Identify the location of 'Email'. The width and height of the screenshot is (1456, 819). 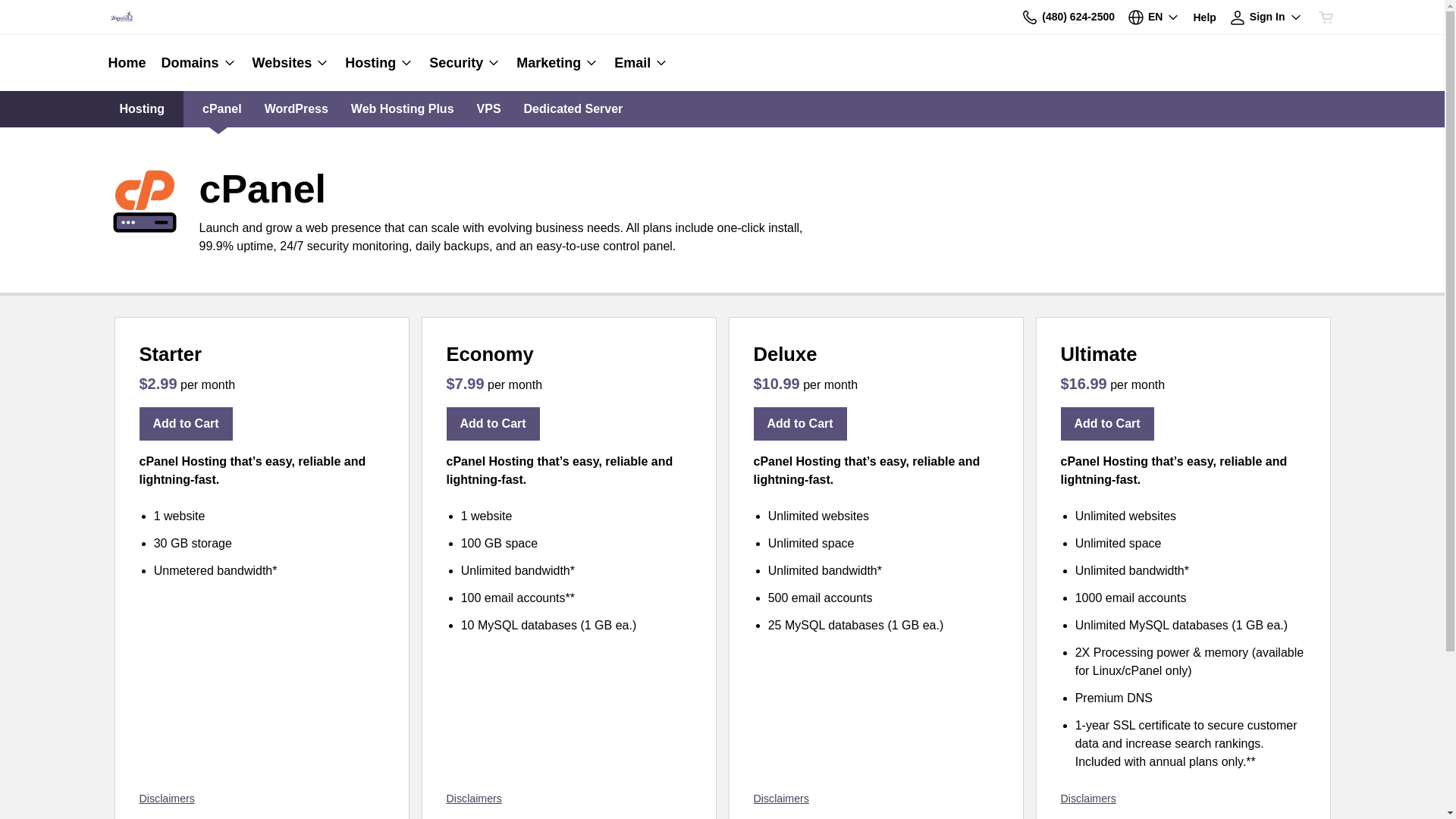
(637, 62).